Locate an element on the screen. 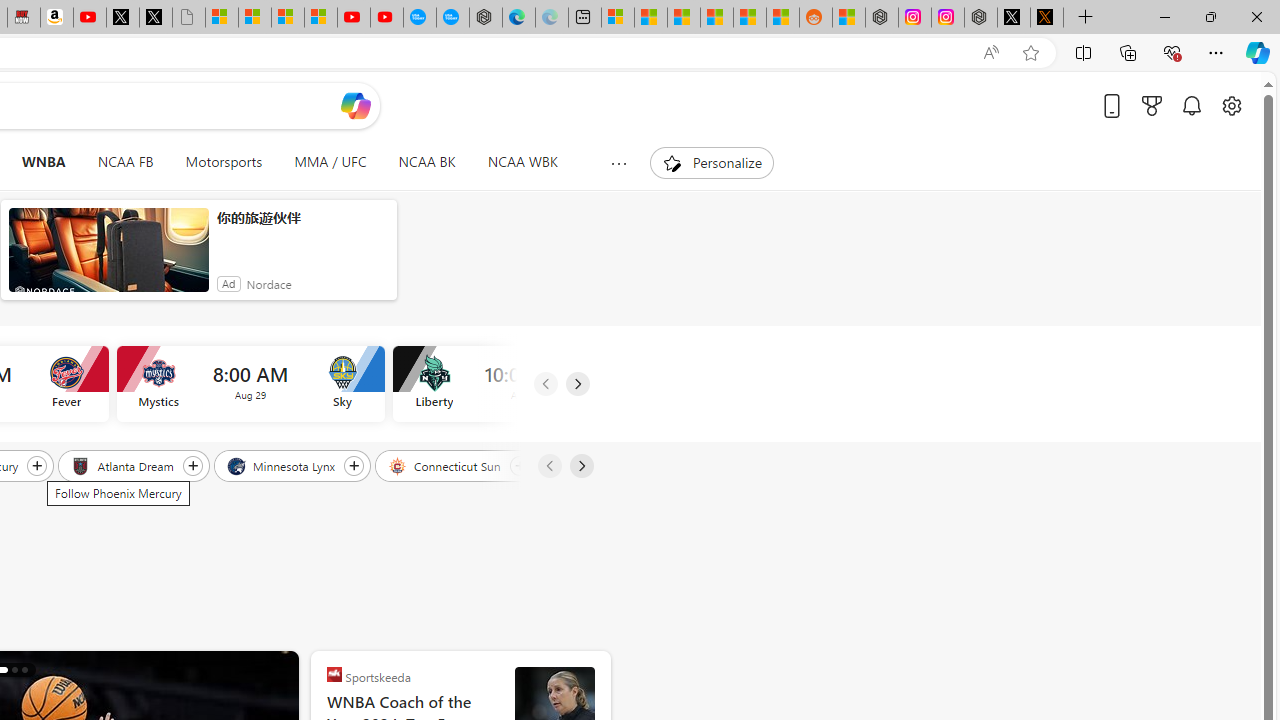 This screenshot has height=720, width=1280. 'WNBA' is located at coordinates (43, 162).